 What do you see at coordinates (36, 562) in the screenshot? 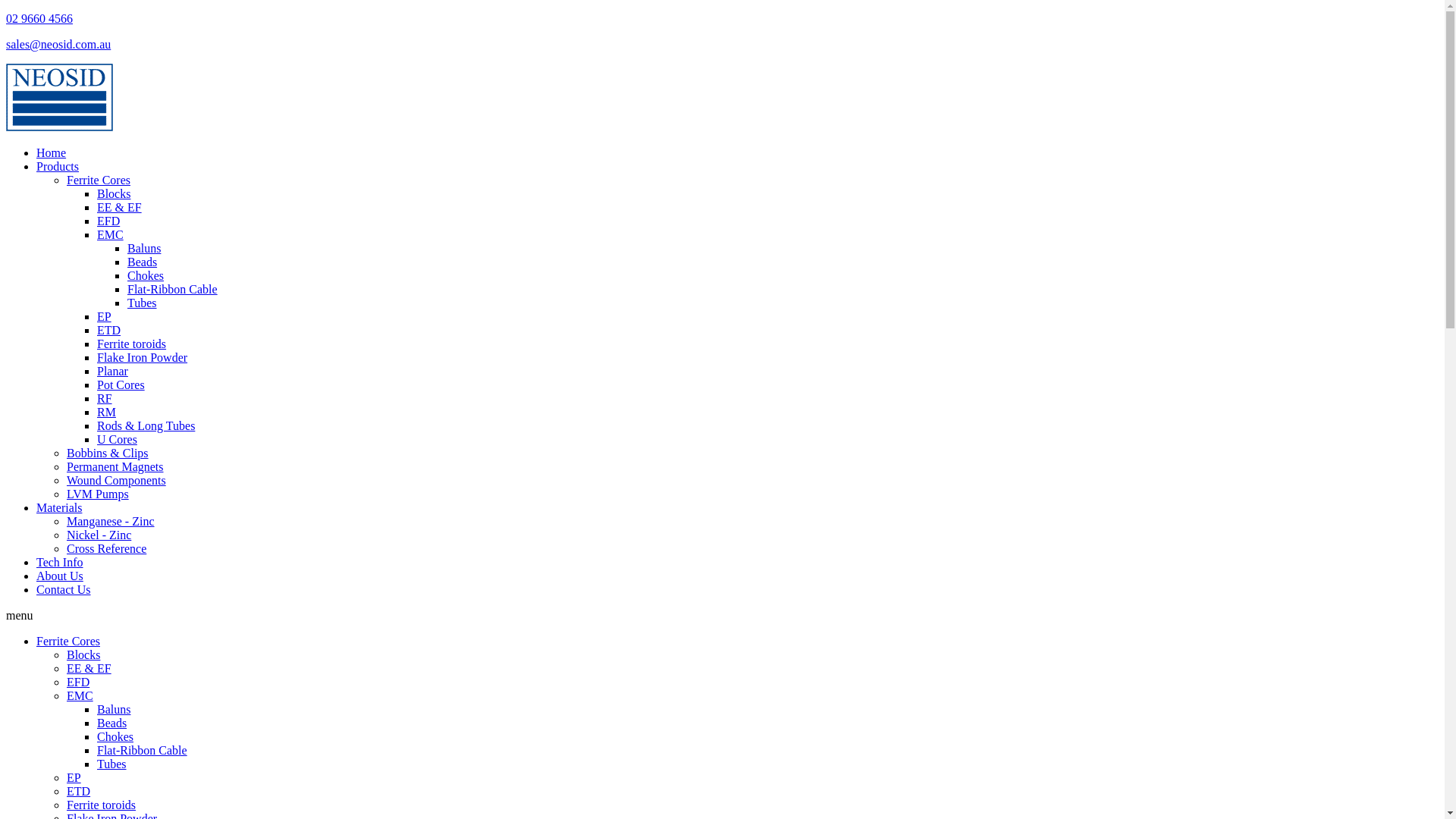
I see `'Tech Info'` at bounding box center [36, 562].